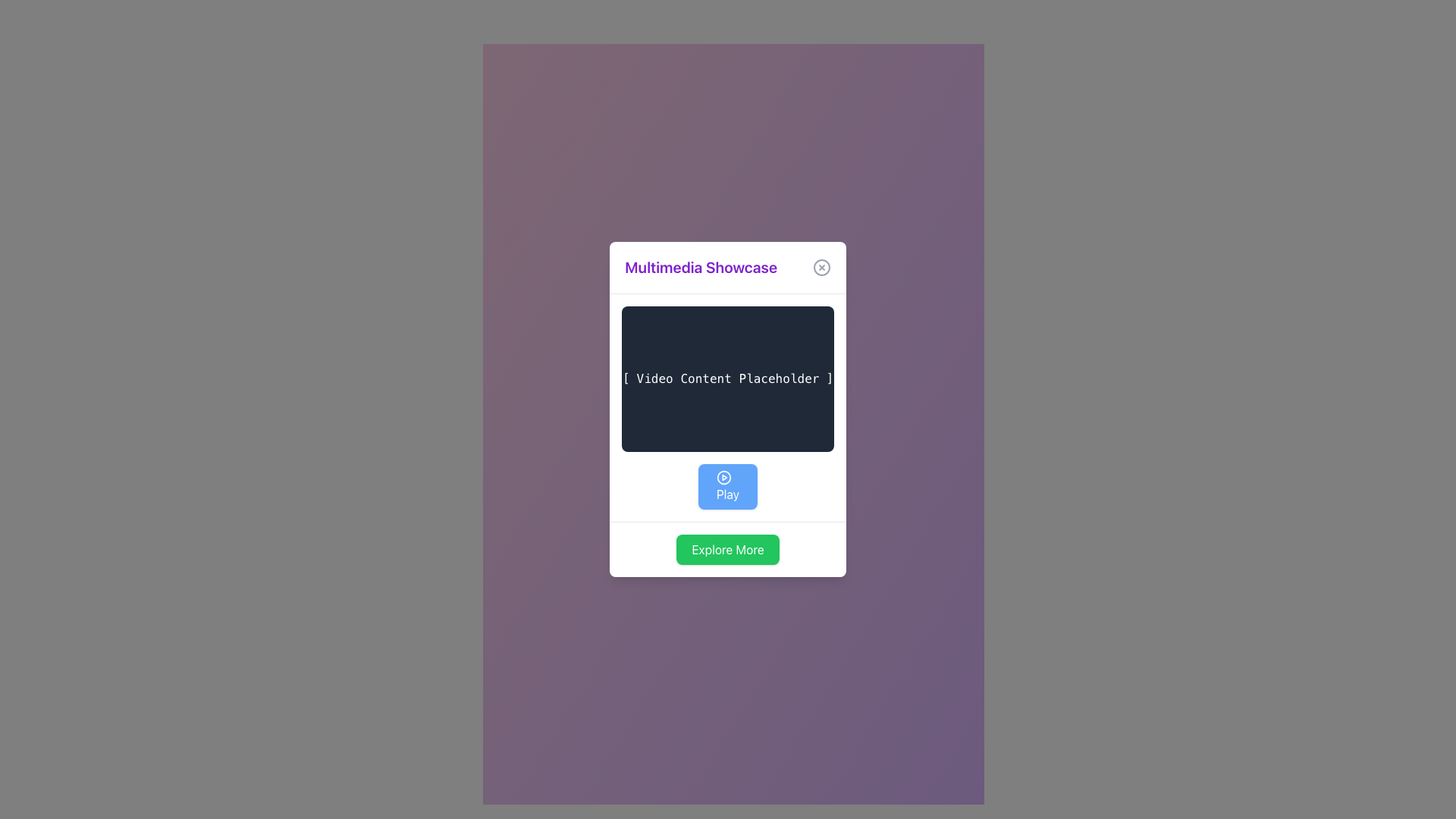 The image size is (1456, 819). Describe the element at coordinates (728, 378) in the screenshot. I see `the text label that indicates where video content will appear, positioned in the center of a dark rectangular area within a white card interface` at that location.